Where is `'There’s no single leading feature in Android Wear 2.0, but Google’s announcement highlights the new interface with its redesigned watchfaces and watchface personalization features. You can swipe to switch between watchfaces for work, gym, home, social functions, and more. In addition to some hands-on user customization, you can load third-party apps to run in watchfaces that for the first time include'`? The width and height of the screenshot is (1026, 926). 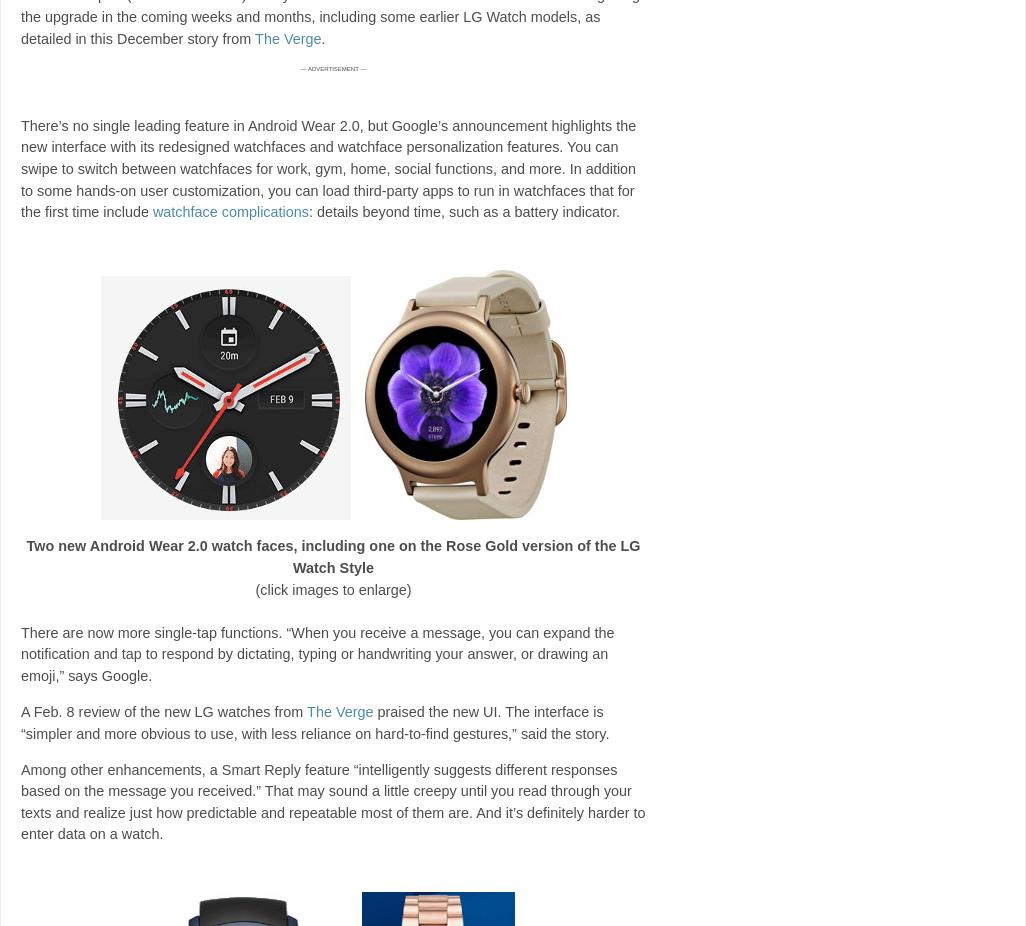 'There’s no single leading feature in Android Wear 2.0, but Google’s announcement highlights the new interface with its redesigned watchfaces and watchface personalization features. You can swipe to switch between watchfaces for work, gym, home, social functions, and more. In addition to some hands-on user customization, you can load third-party apps to run in watchfaces that for the first time include' is located at coordinates (328, 167).